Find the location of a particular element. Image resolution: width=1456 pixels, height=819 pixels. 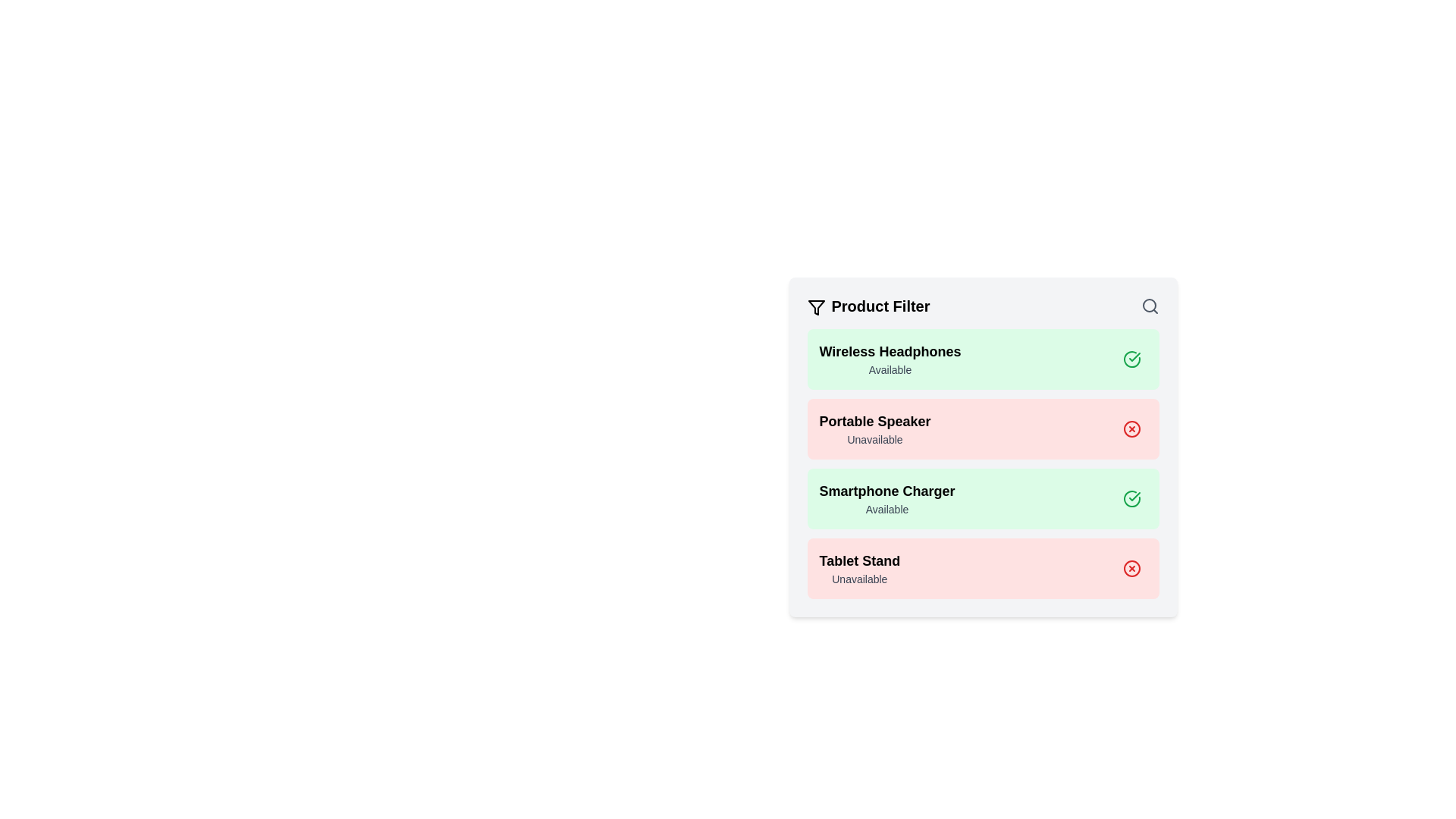

the green Status indicator icon with a checkmark symbol located at the far right of the 'Wireless Headphones' row in the product filter interface is located at coordinates (1131, 359).